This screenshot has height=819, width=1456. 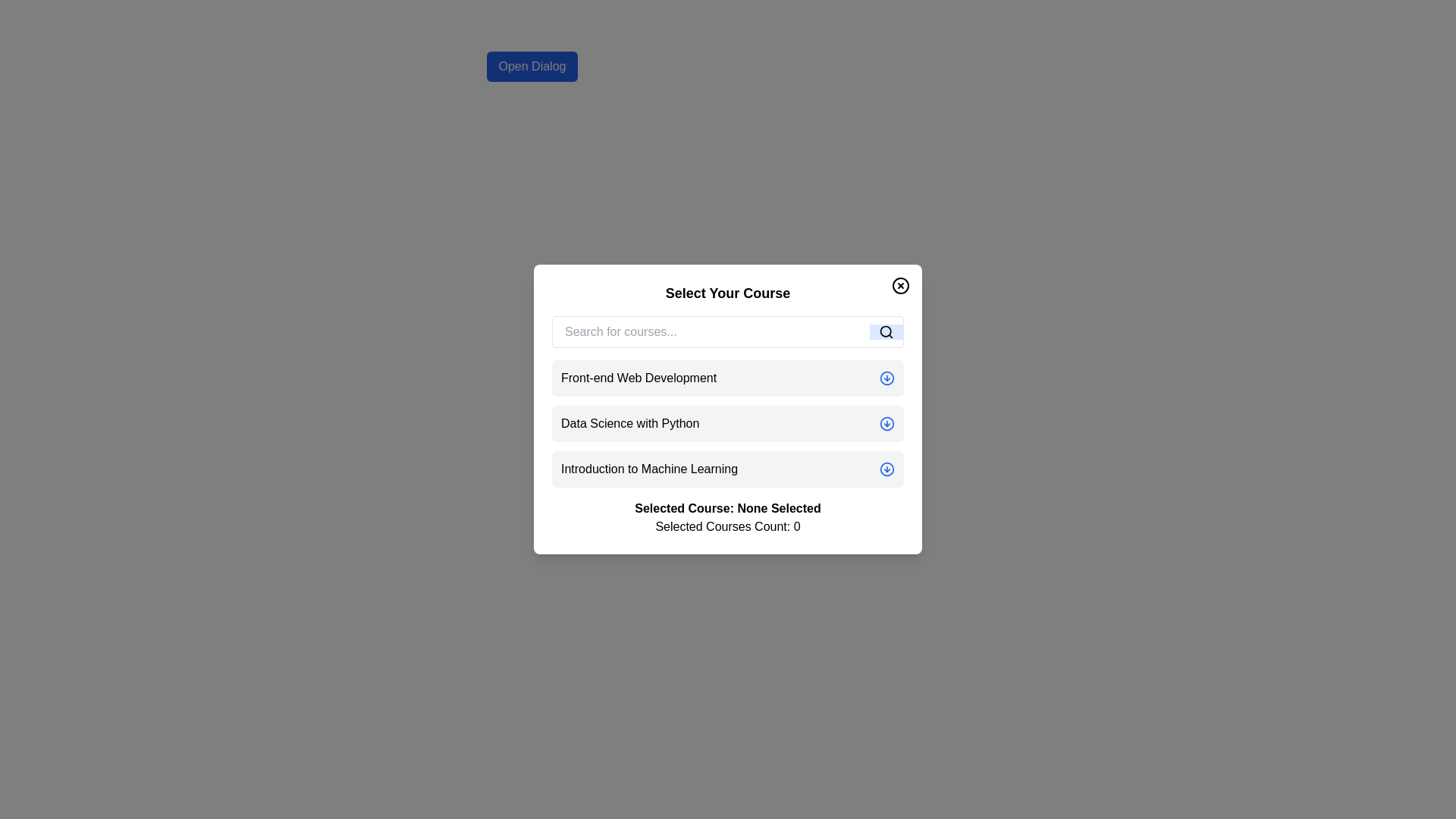 I want to click on the decorative circle element that visually contains the downward arrow, located to the far right of the 'Introduction to Machine Learning' option in the UI list, so click(x=887, y=468).